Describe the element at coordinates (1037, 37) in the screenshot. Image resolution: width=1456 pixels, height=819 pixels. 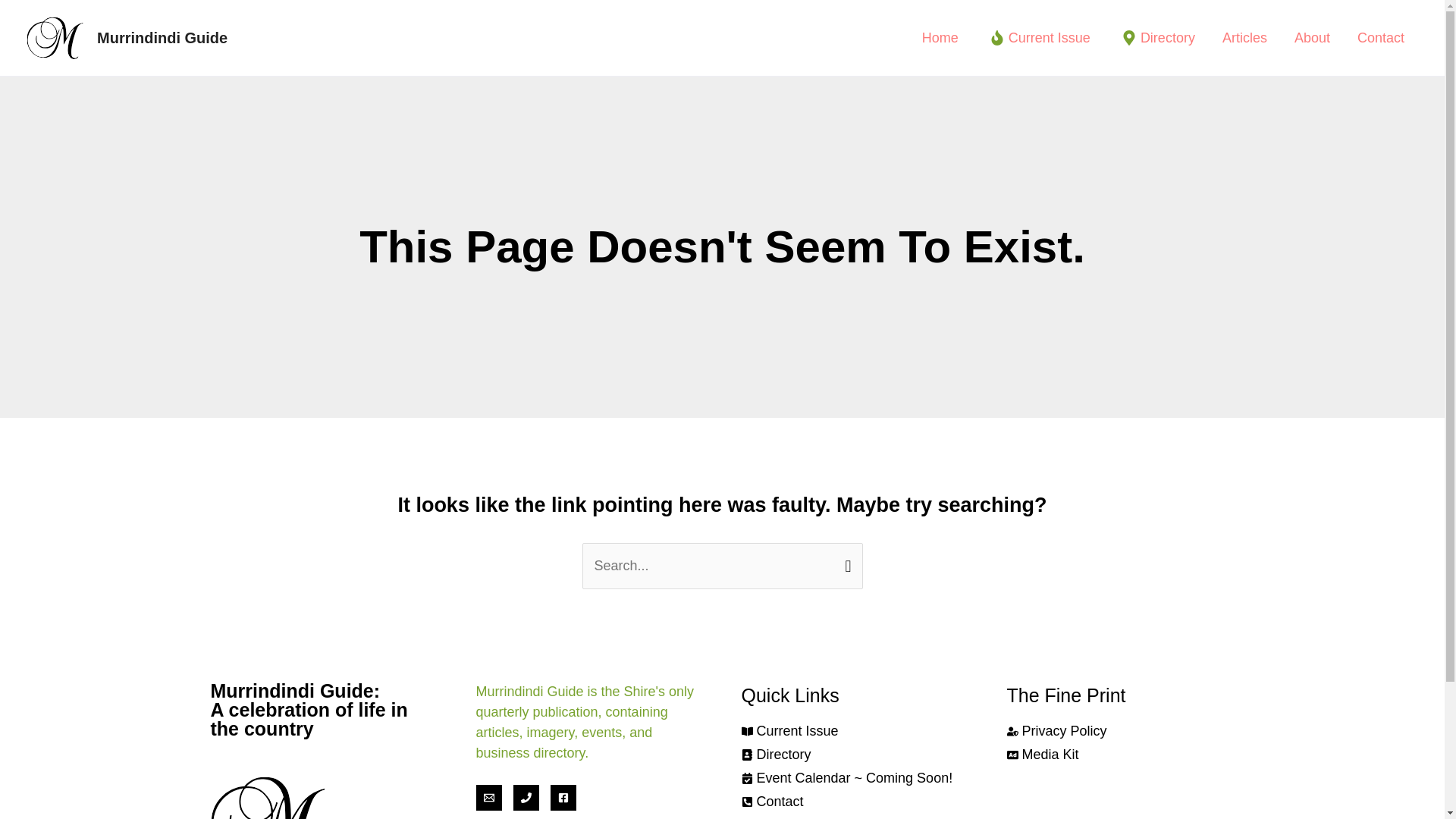
I see `'Current Issue'` at that location.